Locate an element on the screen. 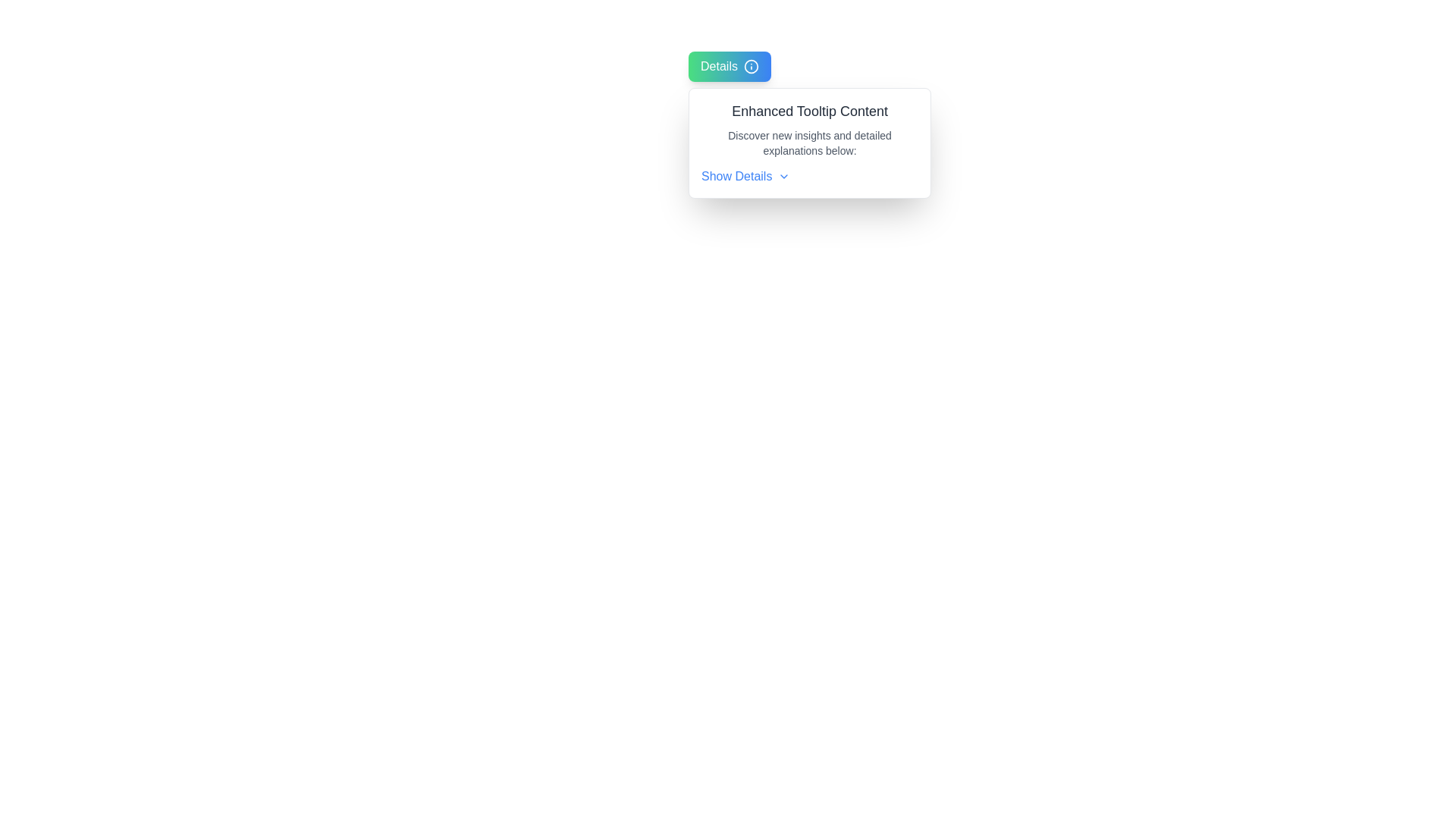 Image resolution: width=1456 pixels, height=819 pixels. the expansion icon located to the immediate right of the 'Show Details' text label is located at coordinates (784, 175).